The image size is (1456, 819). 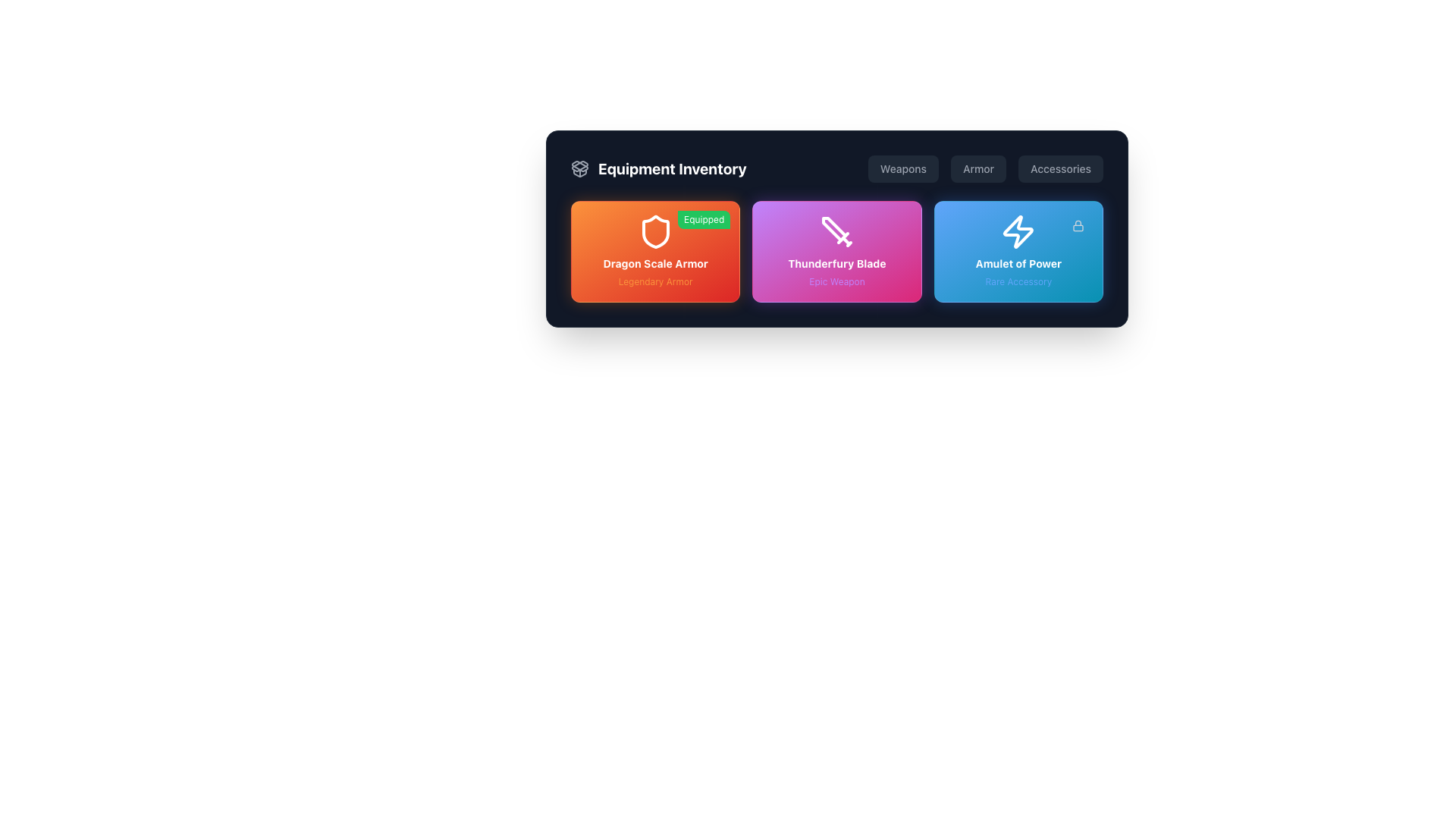 What do you see at coordinates (1018, 250) in the screenshot?
I see `the Card component representing the 'Amulet of Power' in the Equipment Inventory` at bounding box center [1018, 250].